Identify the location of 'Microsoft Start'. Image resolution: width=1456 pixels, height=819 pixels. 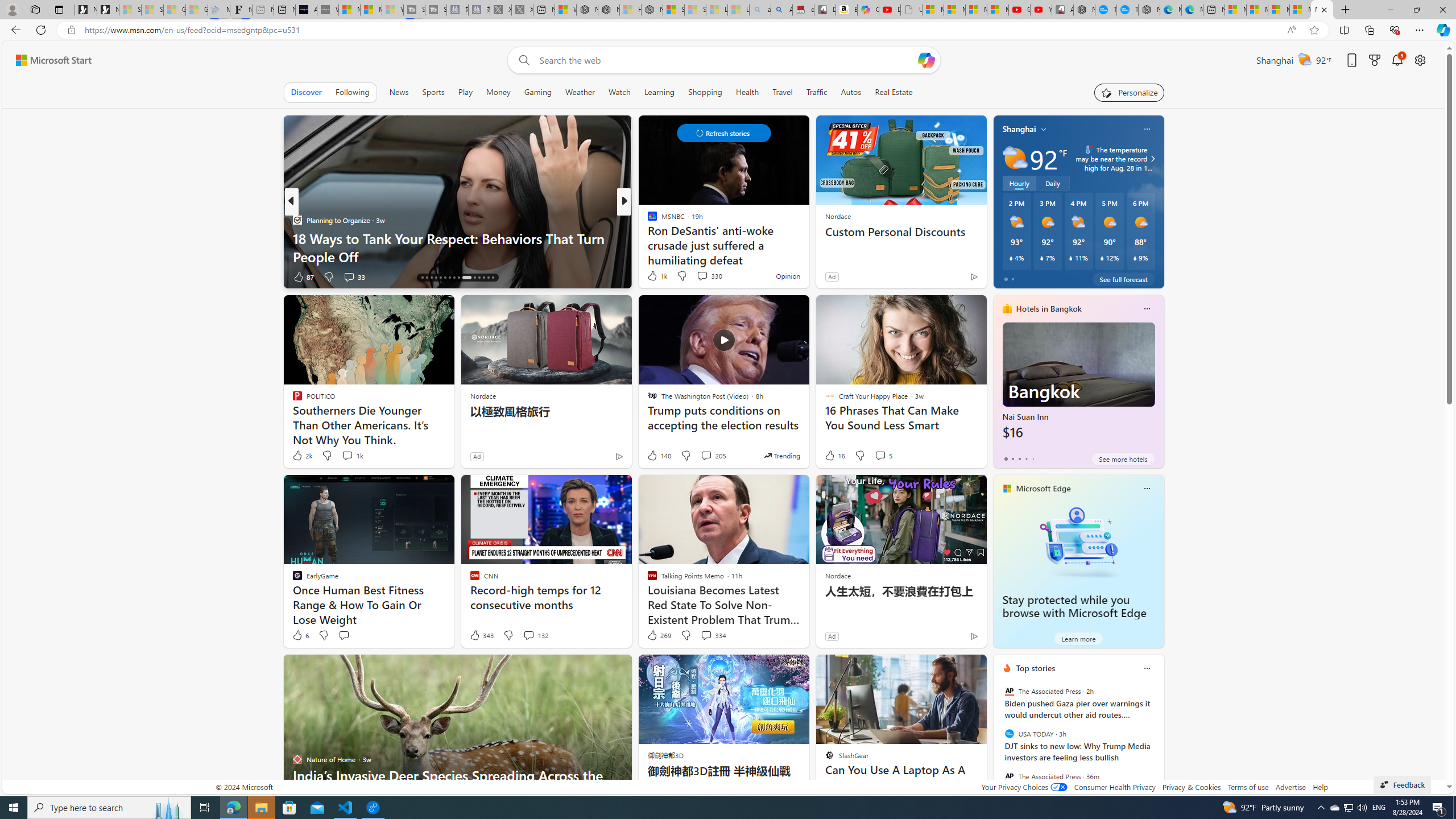
(53, 60).